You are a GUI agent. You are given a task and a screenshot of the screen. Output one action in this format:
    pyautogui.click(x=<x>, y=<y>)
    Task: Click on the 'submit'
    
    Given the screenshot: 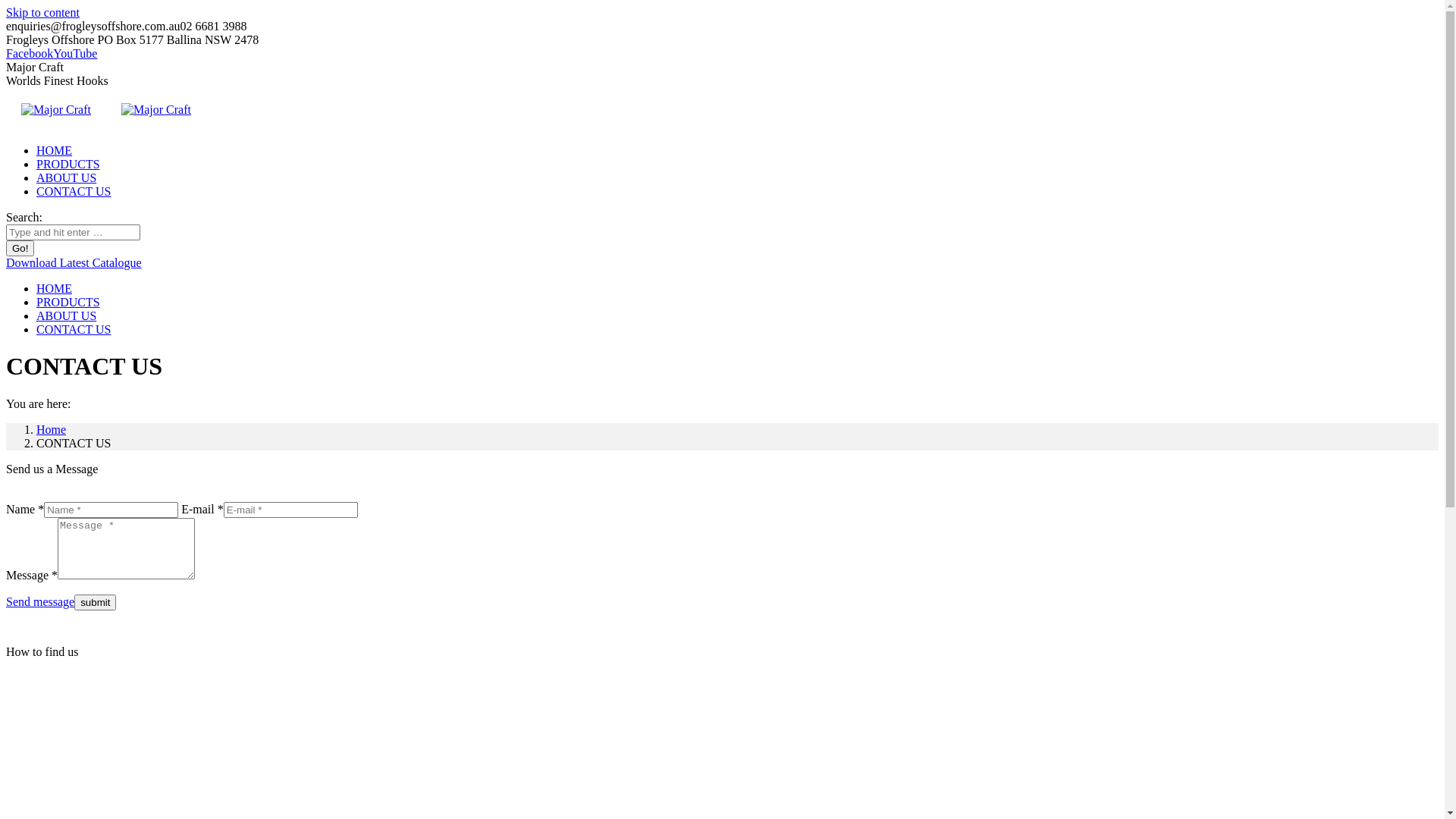 What is the action you would take?
    pyautogui.click(x=94, y=601)
    